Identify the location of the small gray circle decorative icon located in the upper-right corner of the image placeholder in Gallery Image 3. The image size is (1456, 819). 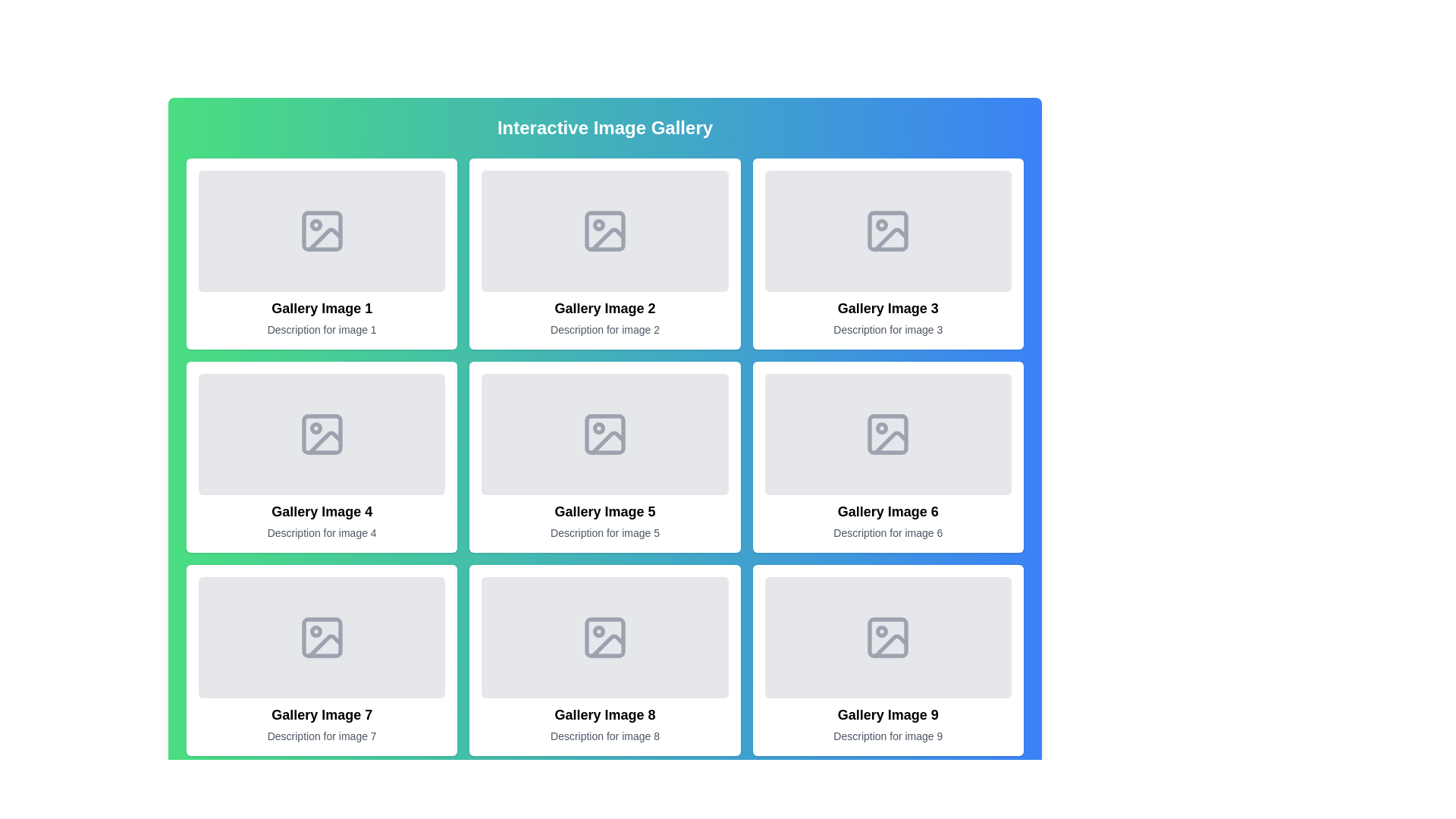
(882, 225).